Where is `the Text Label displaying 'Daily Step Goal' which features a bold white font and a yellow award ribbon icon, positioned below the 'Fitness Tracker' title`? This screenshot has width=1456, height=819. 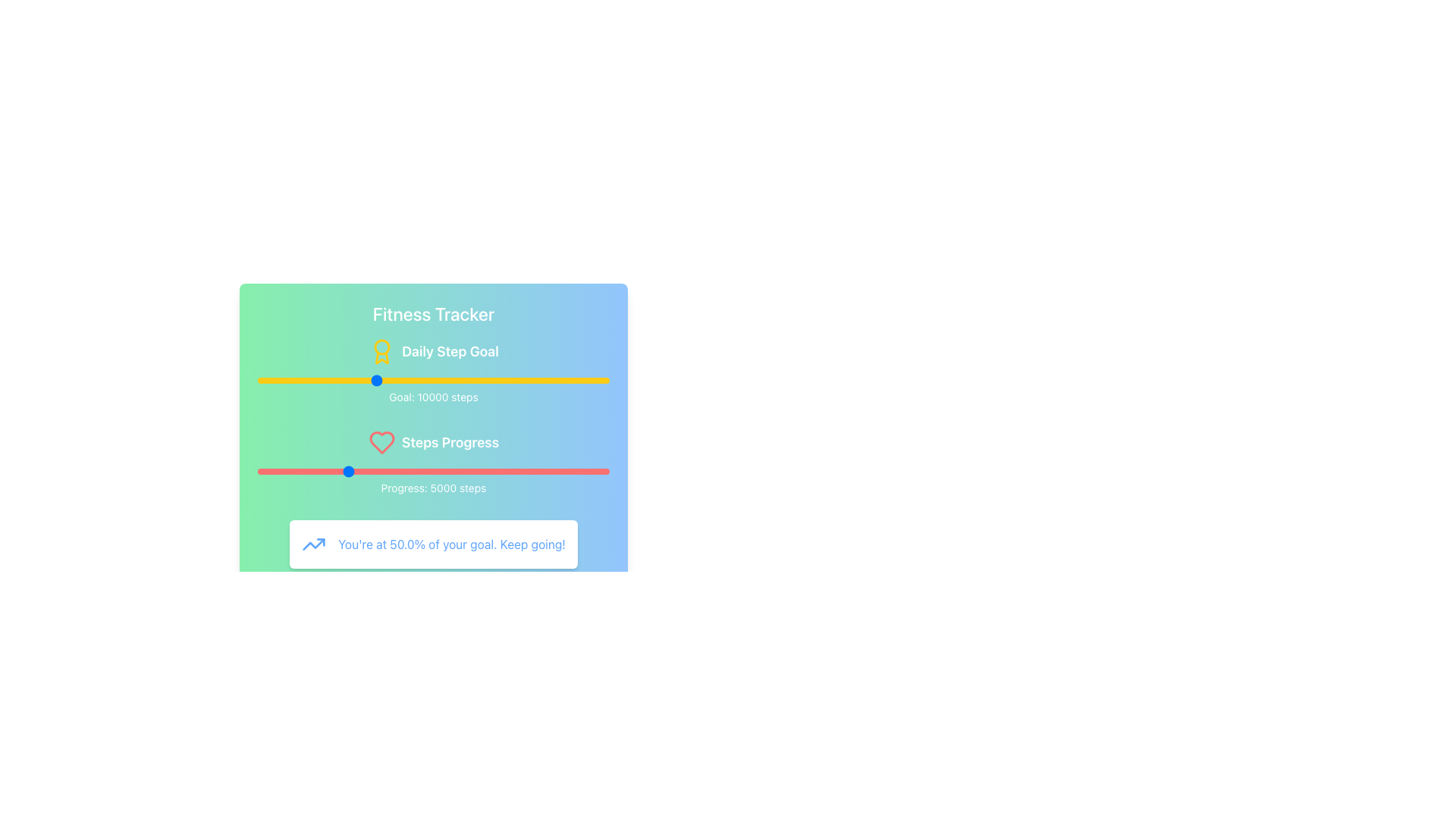 the Text Label displaying 'Daily Step Goal' which features a bold white font and a yellow award ribbon icon, positioned below the 'Fitness Tracker' title is located at coordinates (432, 351).